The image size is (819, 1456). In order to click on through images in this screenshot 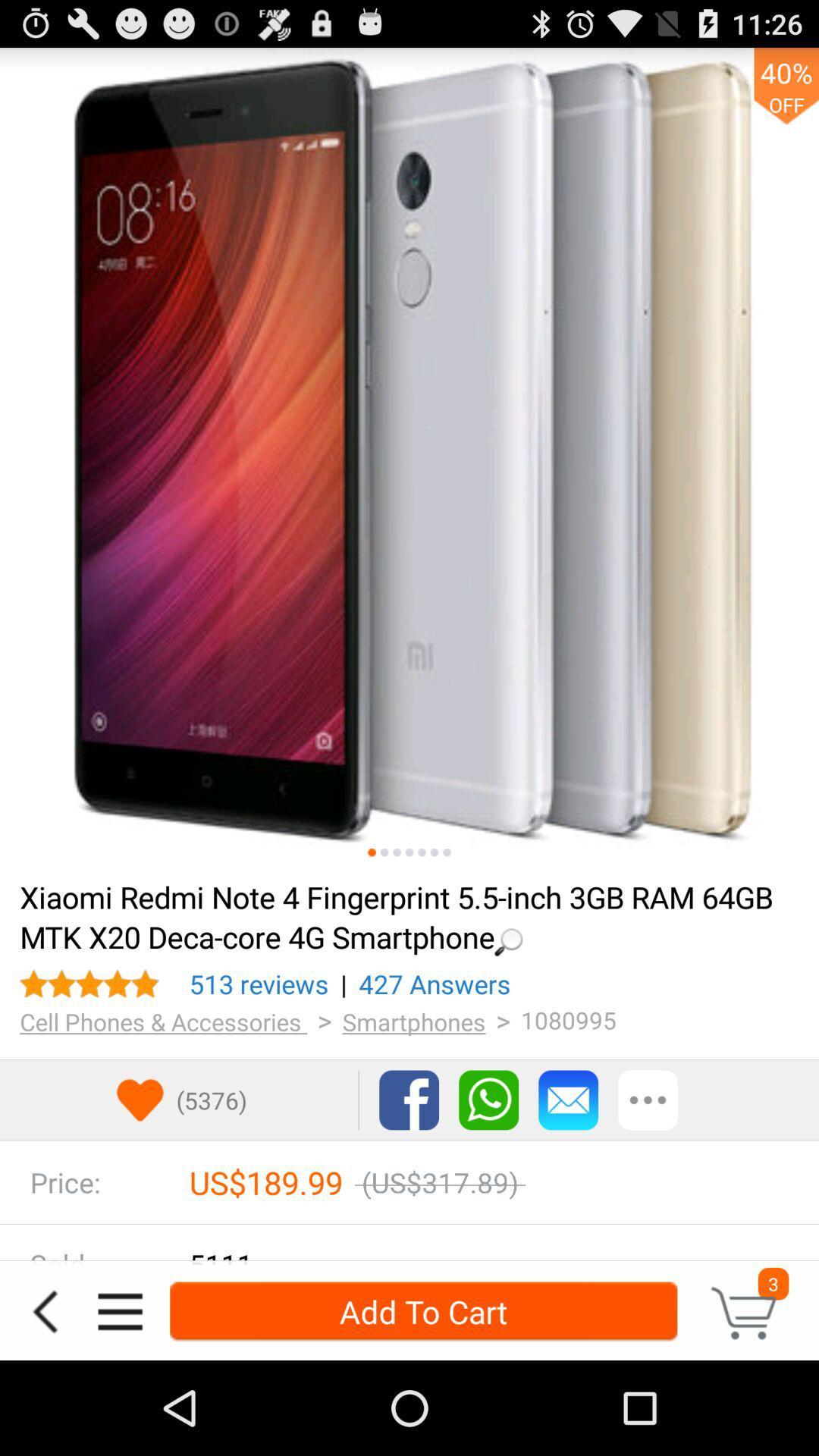, I will do `click(396, 852)`.